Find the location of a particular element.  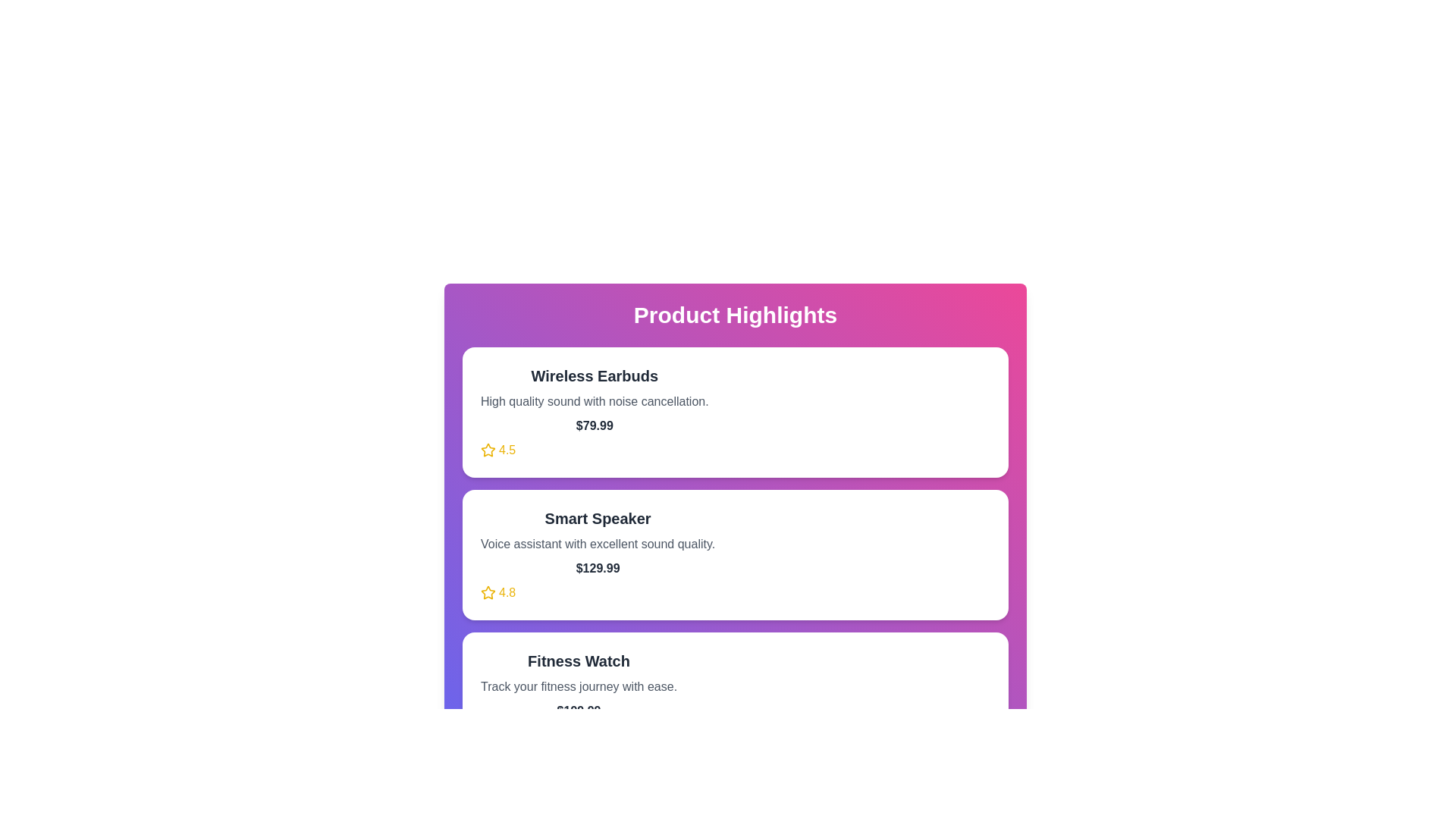

the rating elements for each product to visually examine the ratings is located at coordinates (488, 450).